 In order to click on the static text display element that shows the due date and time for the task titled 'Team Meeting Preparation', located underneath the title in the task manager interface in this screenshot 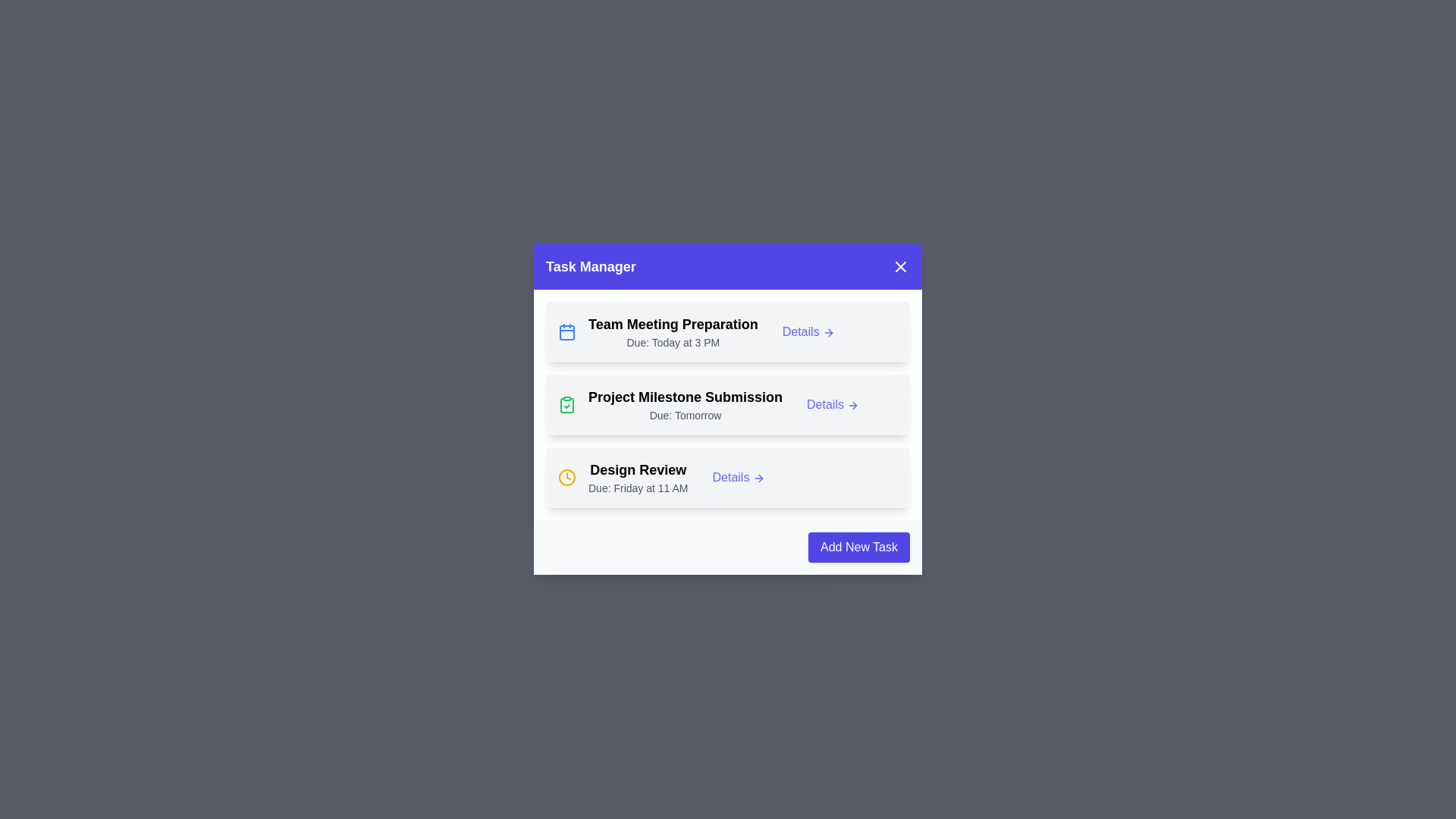, I will do `click(672, 342)`.